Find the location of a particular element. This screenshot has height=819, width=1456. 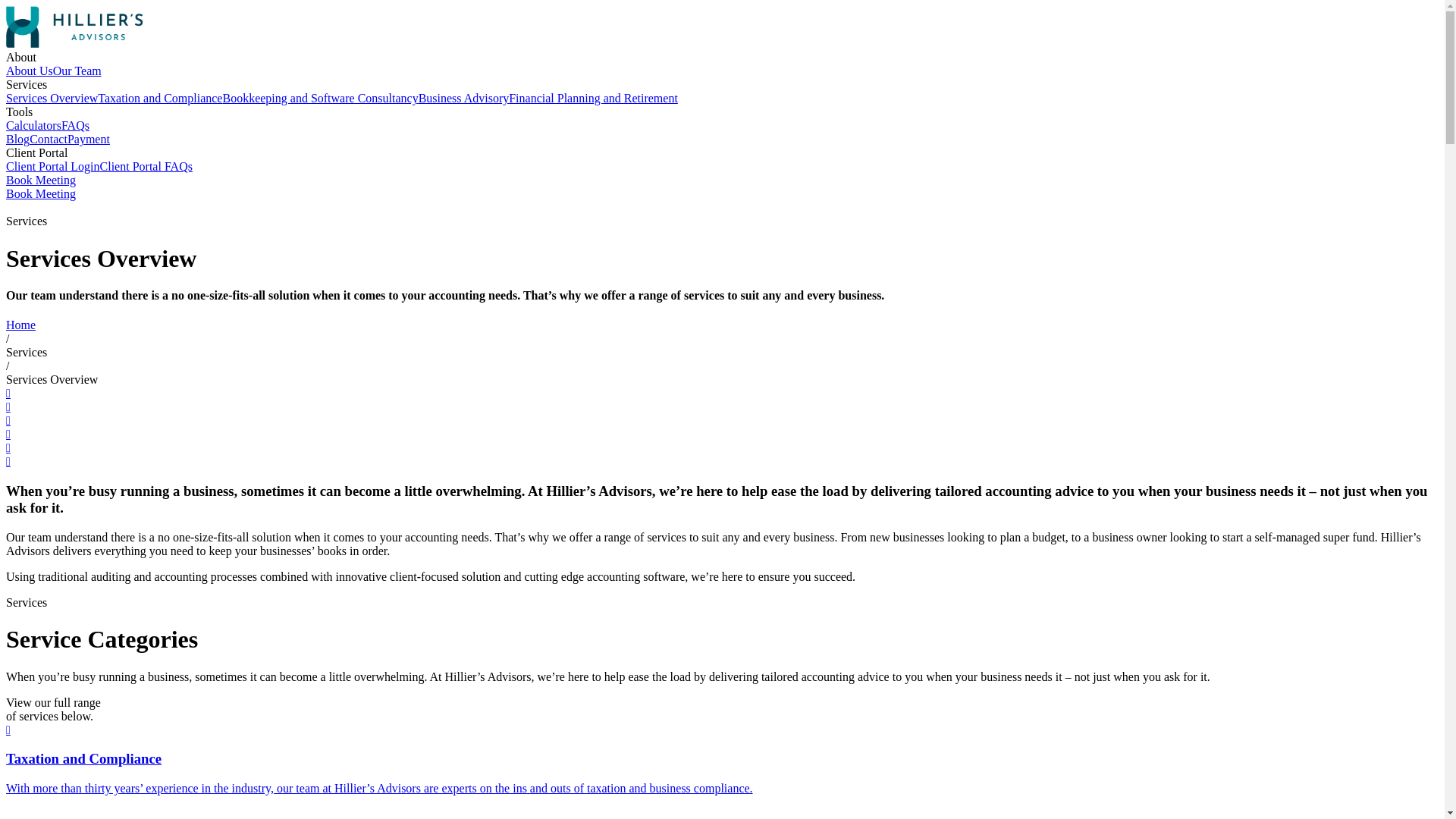

'Calculators' is located at coordinates (6, 124).